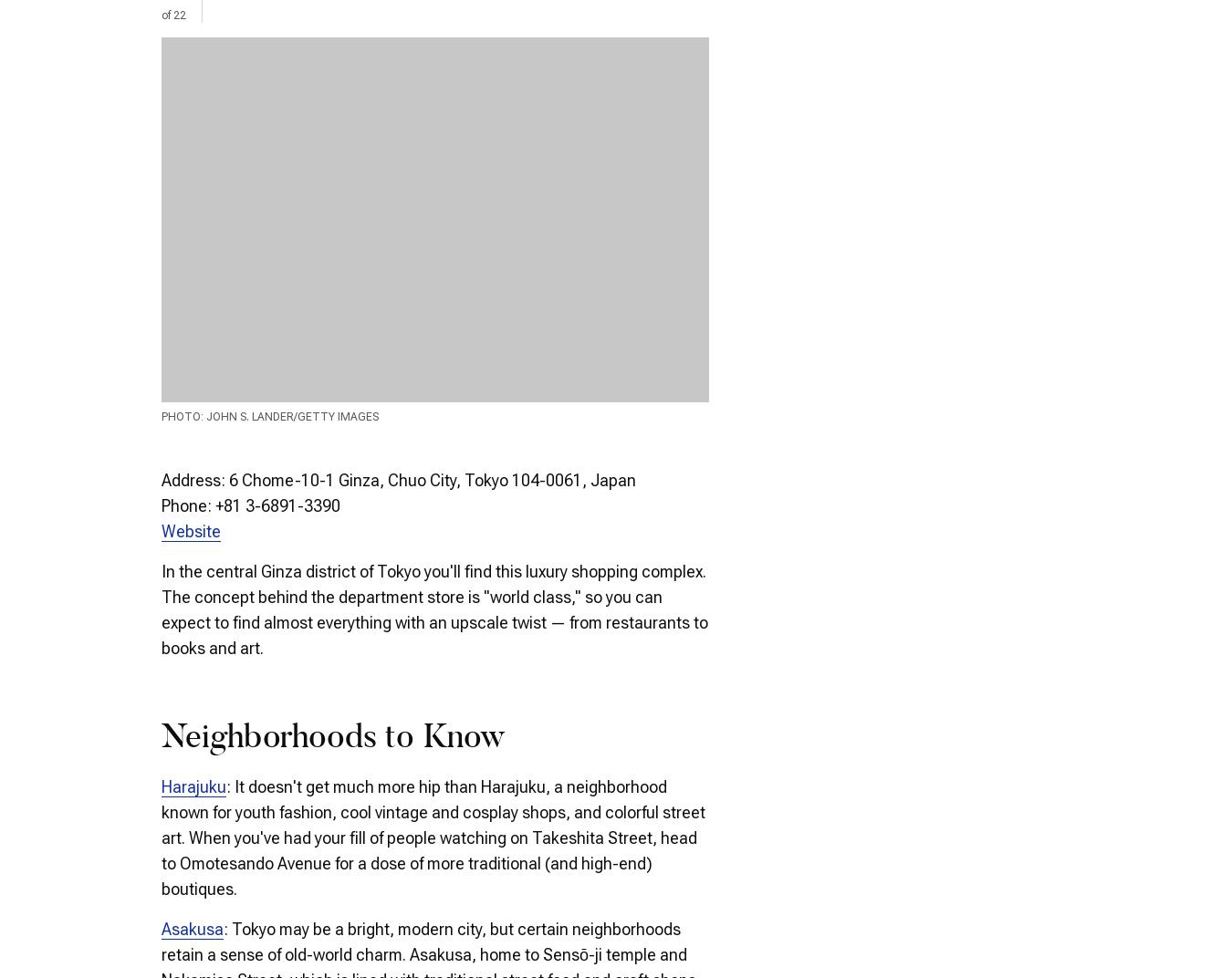 This screenshot has width=1232, height=978. What do you see at coordinates (291, 415) in the screenshot?
I see `'John S. Lander/Getty Images'` at bounding box center [291, 415].